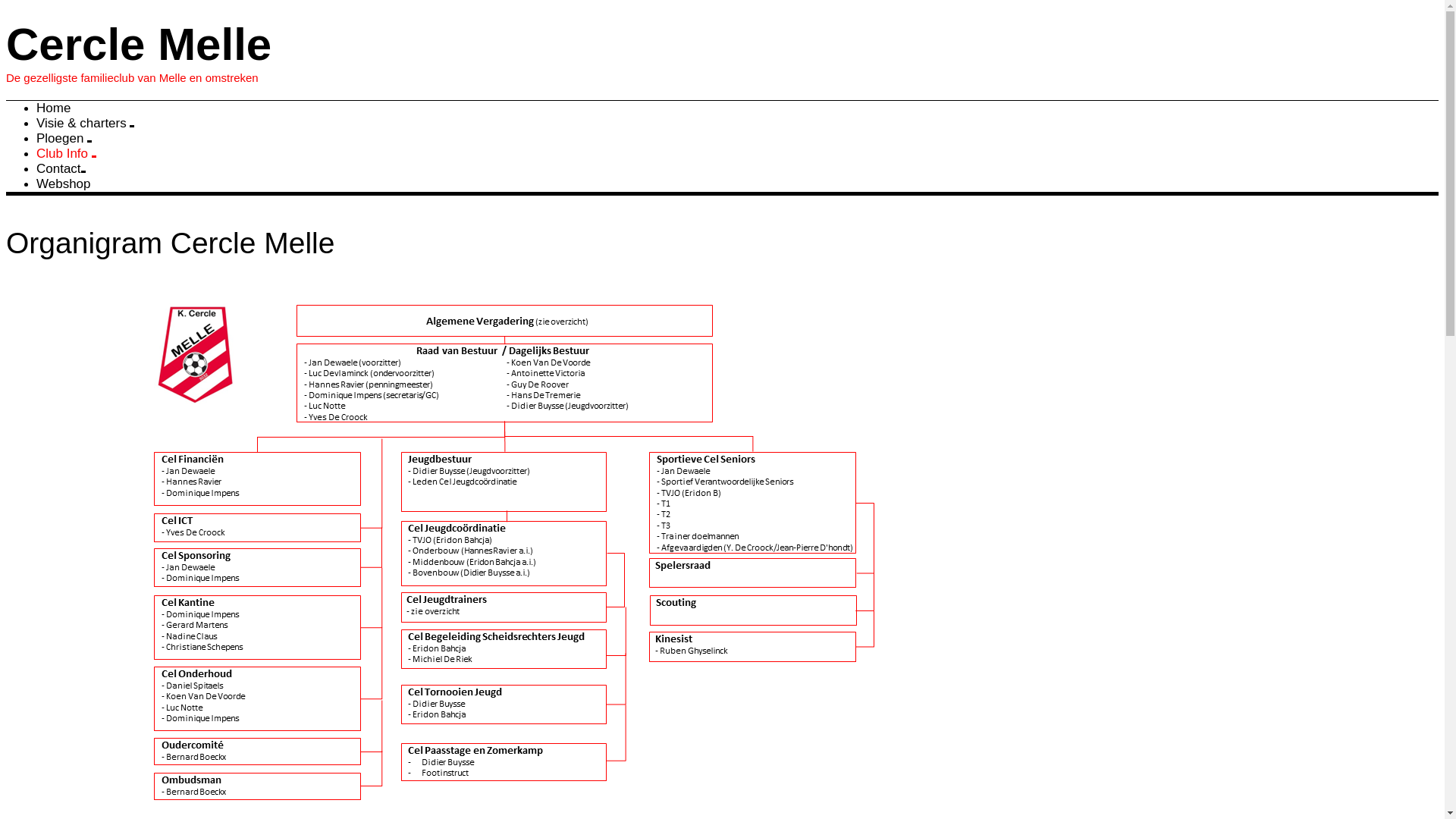 This screenshot has width=1456, height=819. I want to click on 'Organigram Cercle Melle', so click(6, 242).